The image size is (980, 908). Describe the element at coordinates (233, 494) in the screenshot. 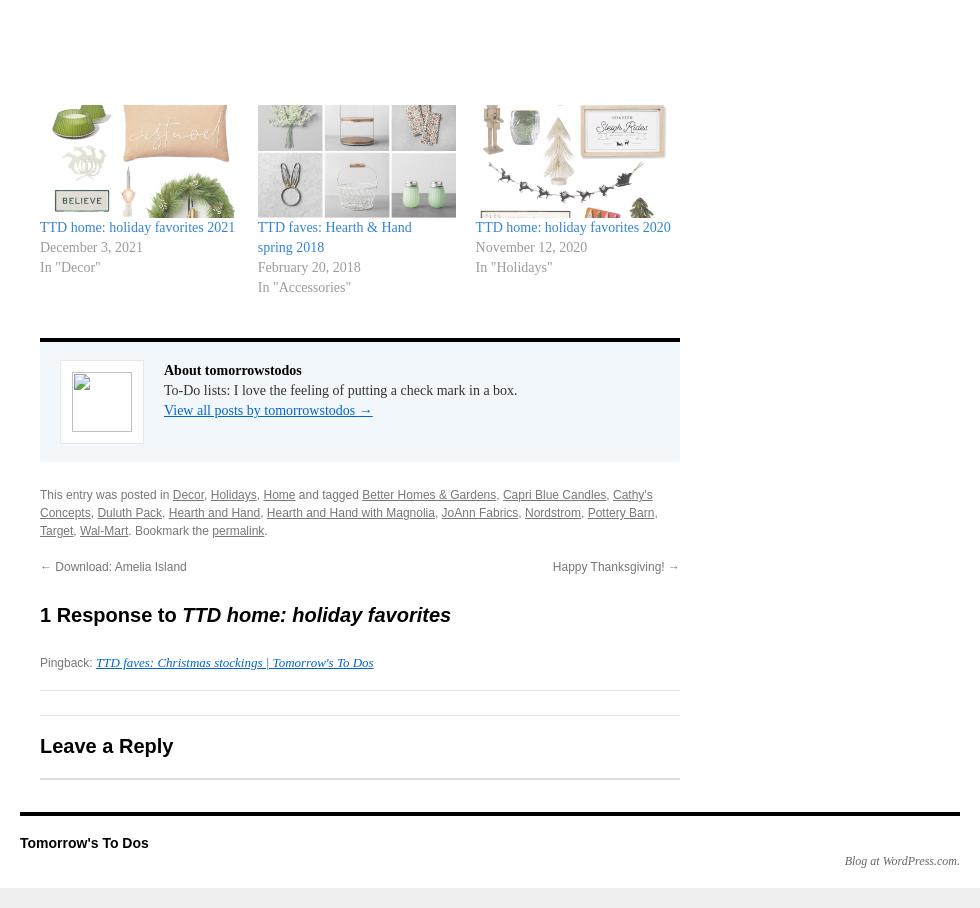

I see `'Holidays'` at that location.